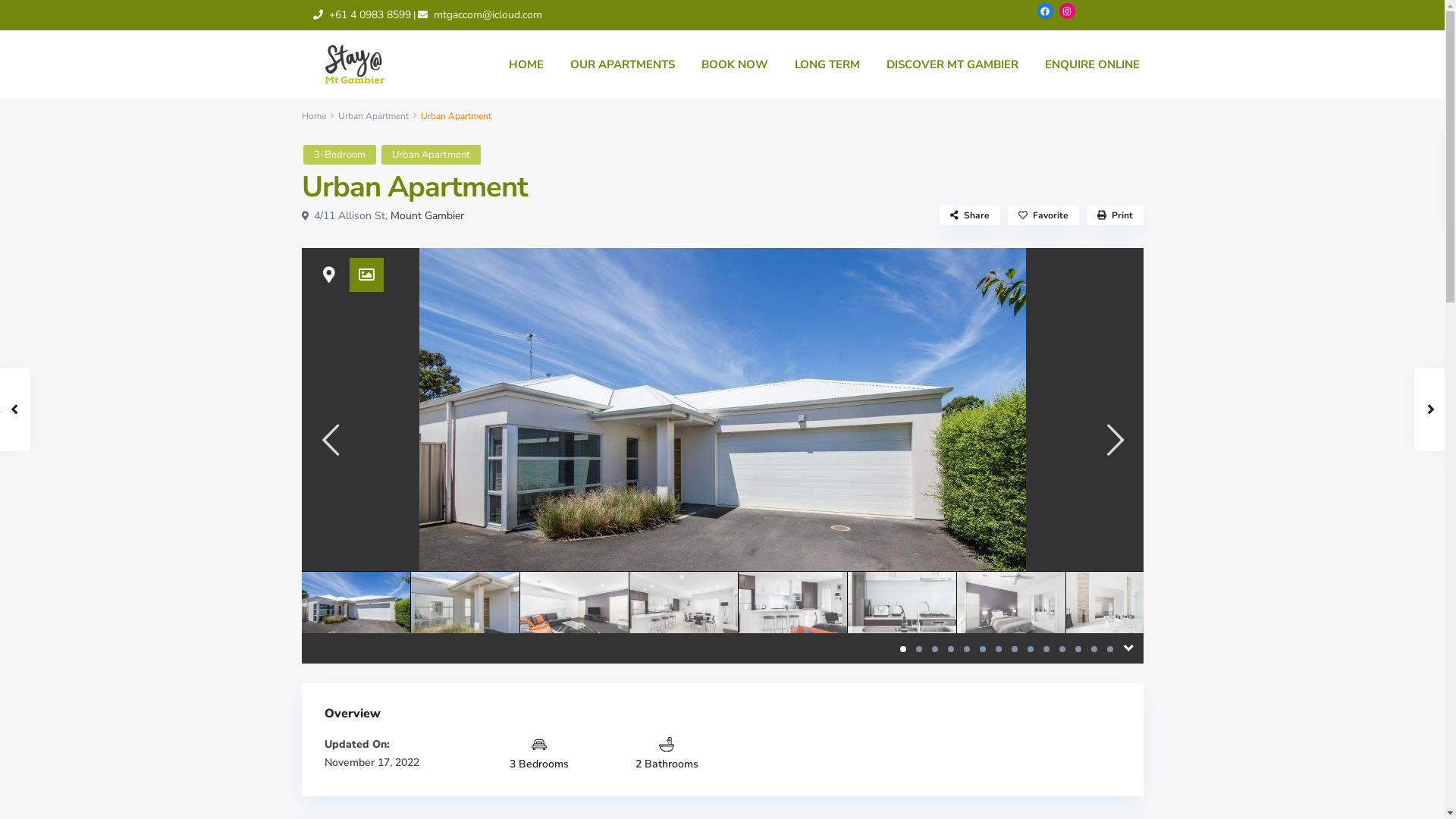  I want to click on 'Home', so click(312, 115).